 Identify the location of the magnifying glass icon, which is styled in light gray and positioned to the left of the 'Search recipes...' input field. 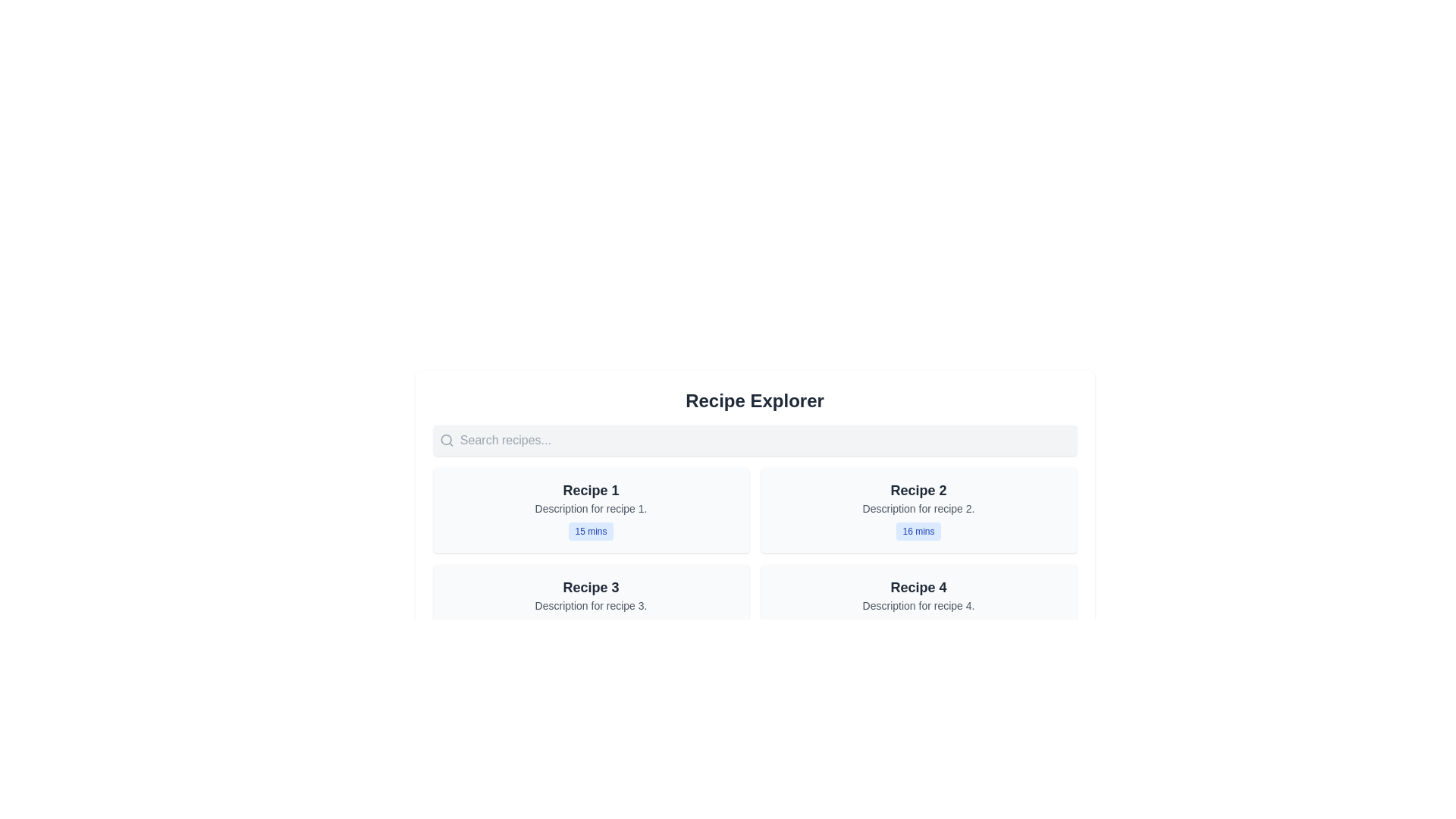
(446, 441).